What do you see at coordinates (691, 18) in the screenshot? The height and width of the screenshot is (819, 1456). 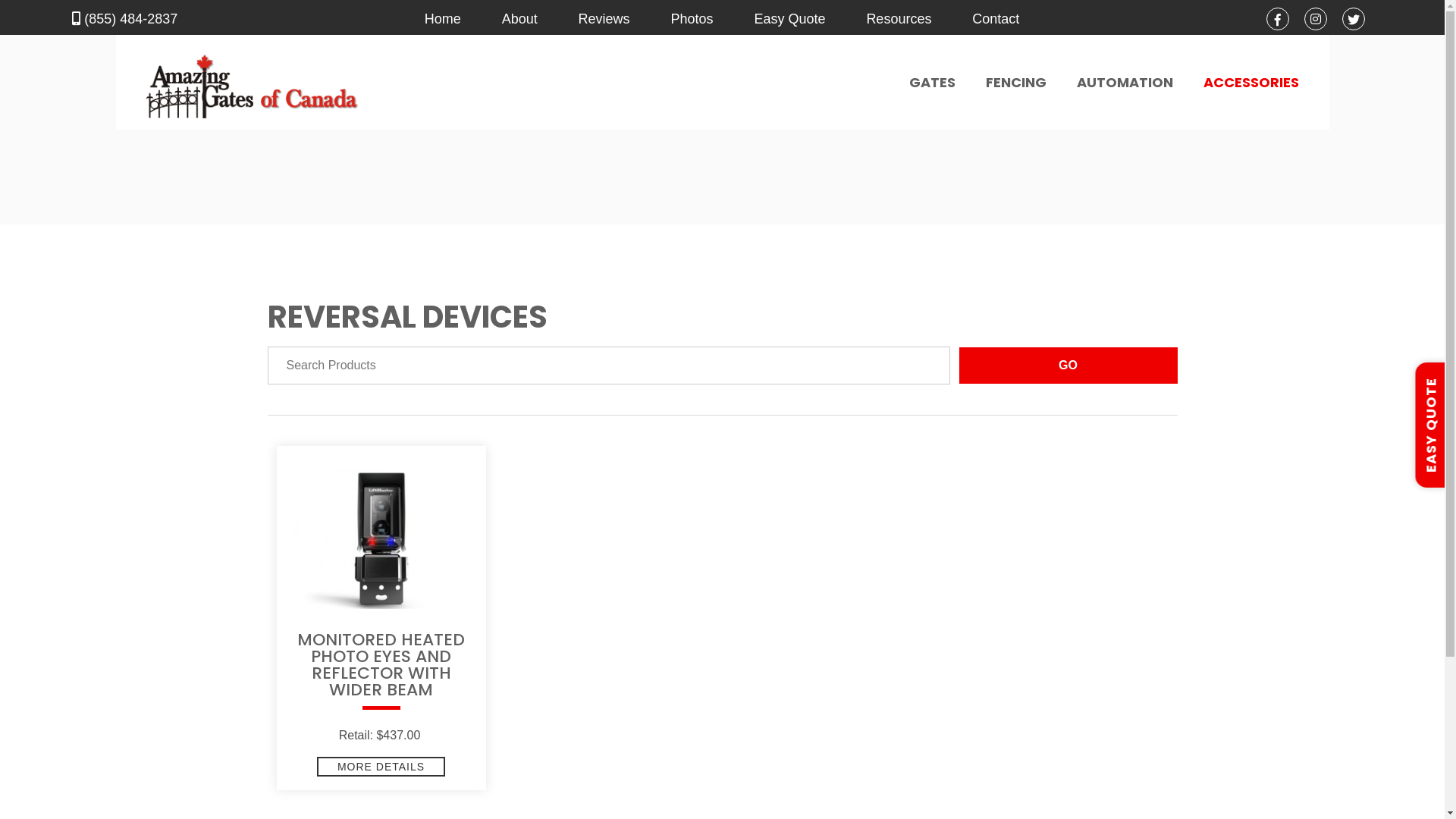 I see `'Photos'` at bounding box center [691, 18].